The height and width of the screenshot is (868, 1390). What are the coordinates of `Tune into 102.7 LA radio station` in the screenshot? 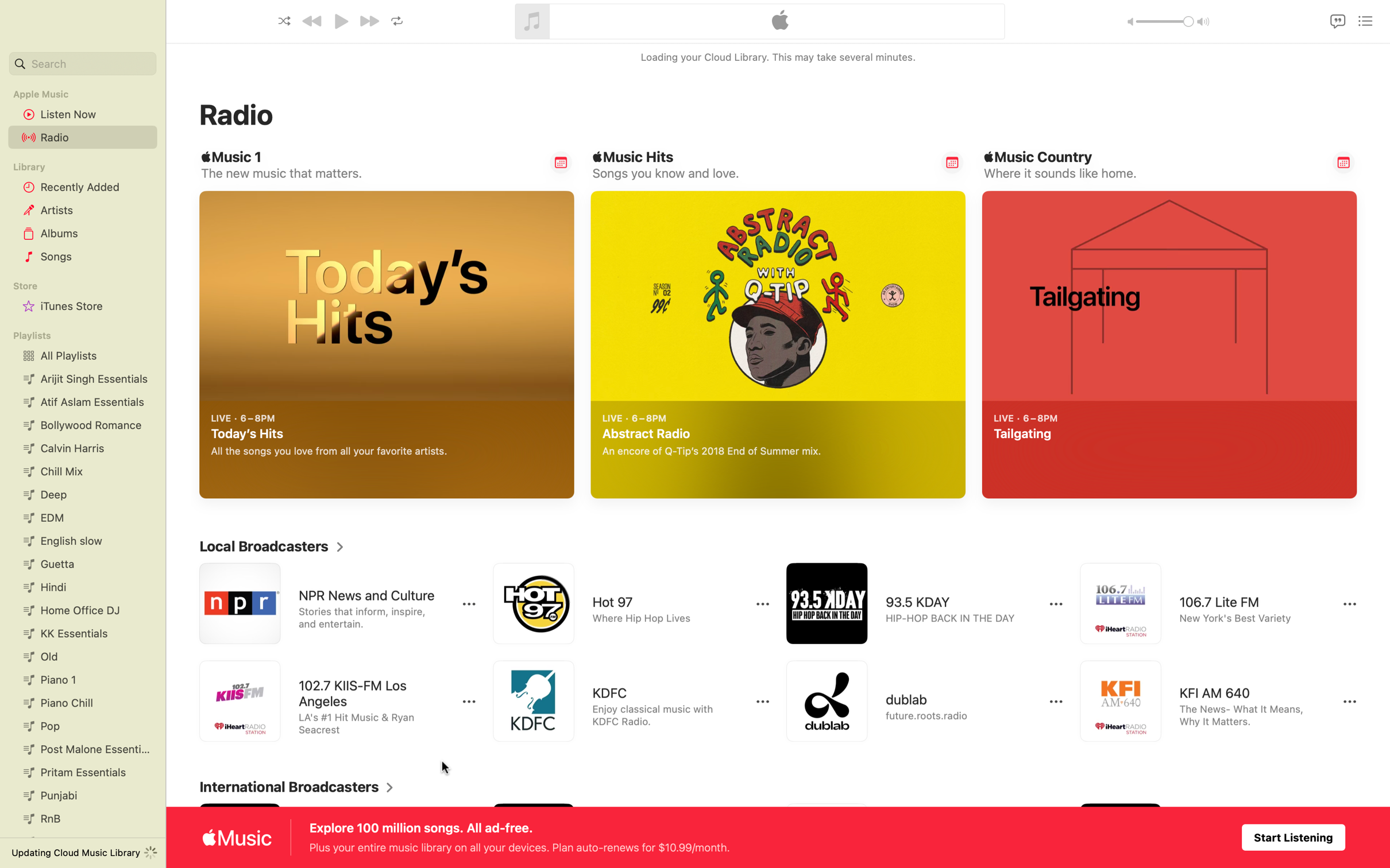 It's located at (325, 702).